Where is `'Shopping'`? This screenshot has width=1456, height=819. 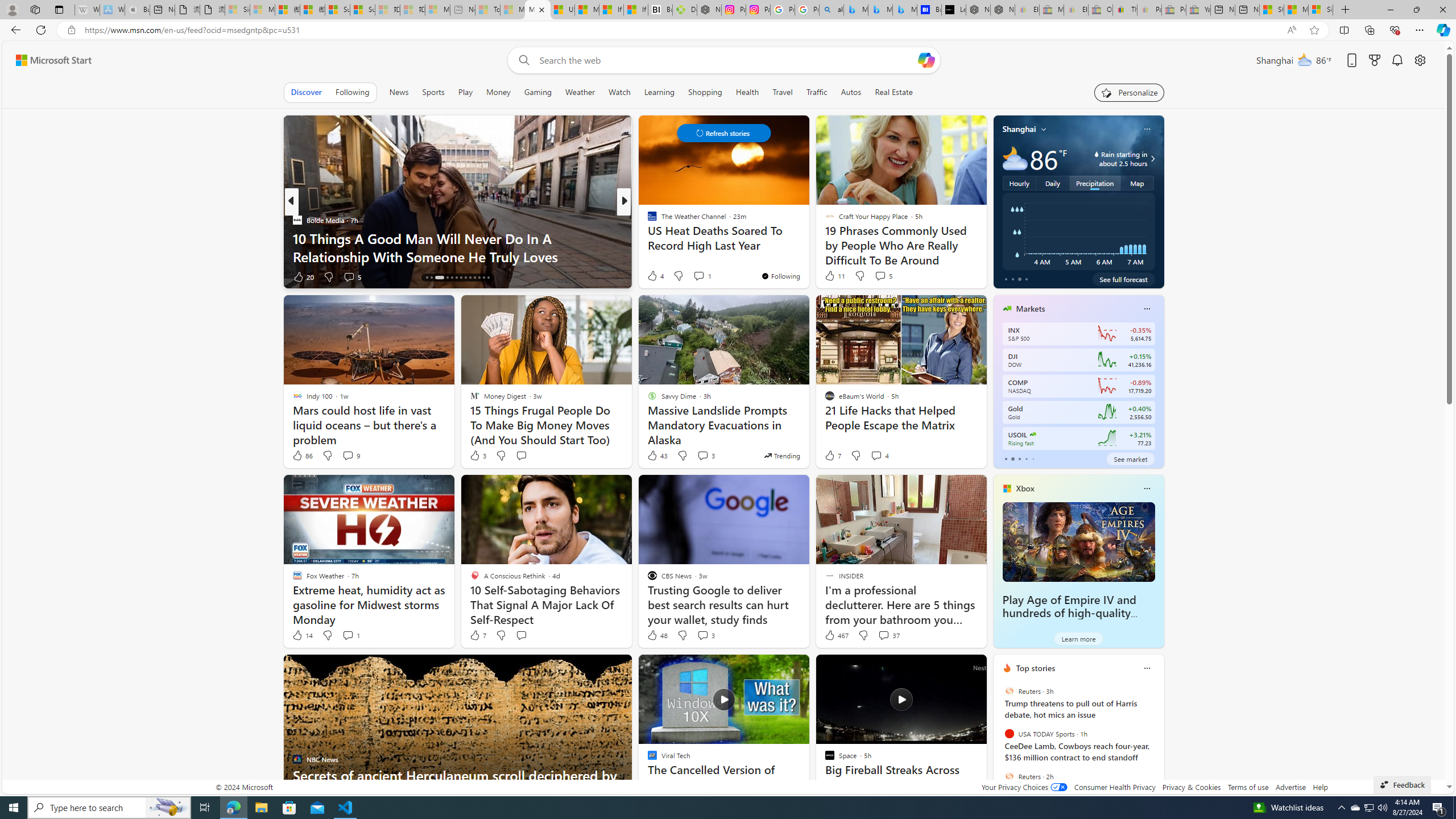 'Shopping' is located at coordinates (705, 92).